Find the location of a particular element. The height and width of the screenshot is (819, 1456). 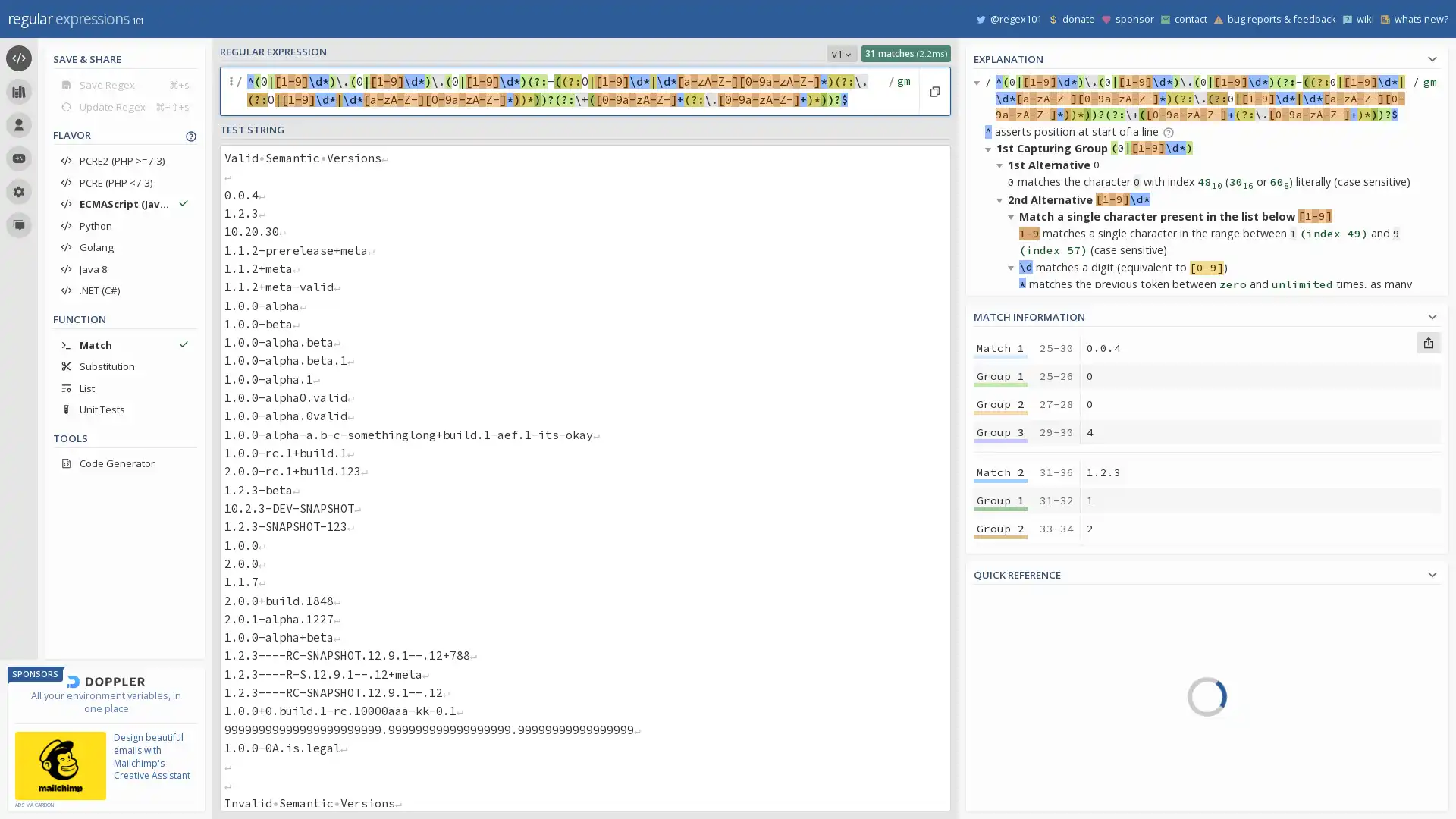

Collapse Subtree is located at coordinates (1013, 644).